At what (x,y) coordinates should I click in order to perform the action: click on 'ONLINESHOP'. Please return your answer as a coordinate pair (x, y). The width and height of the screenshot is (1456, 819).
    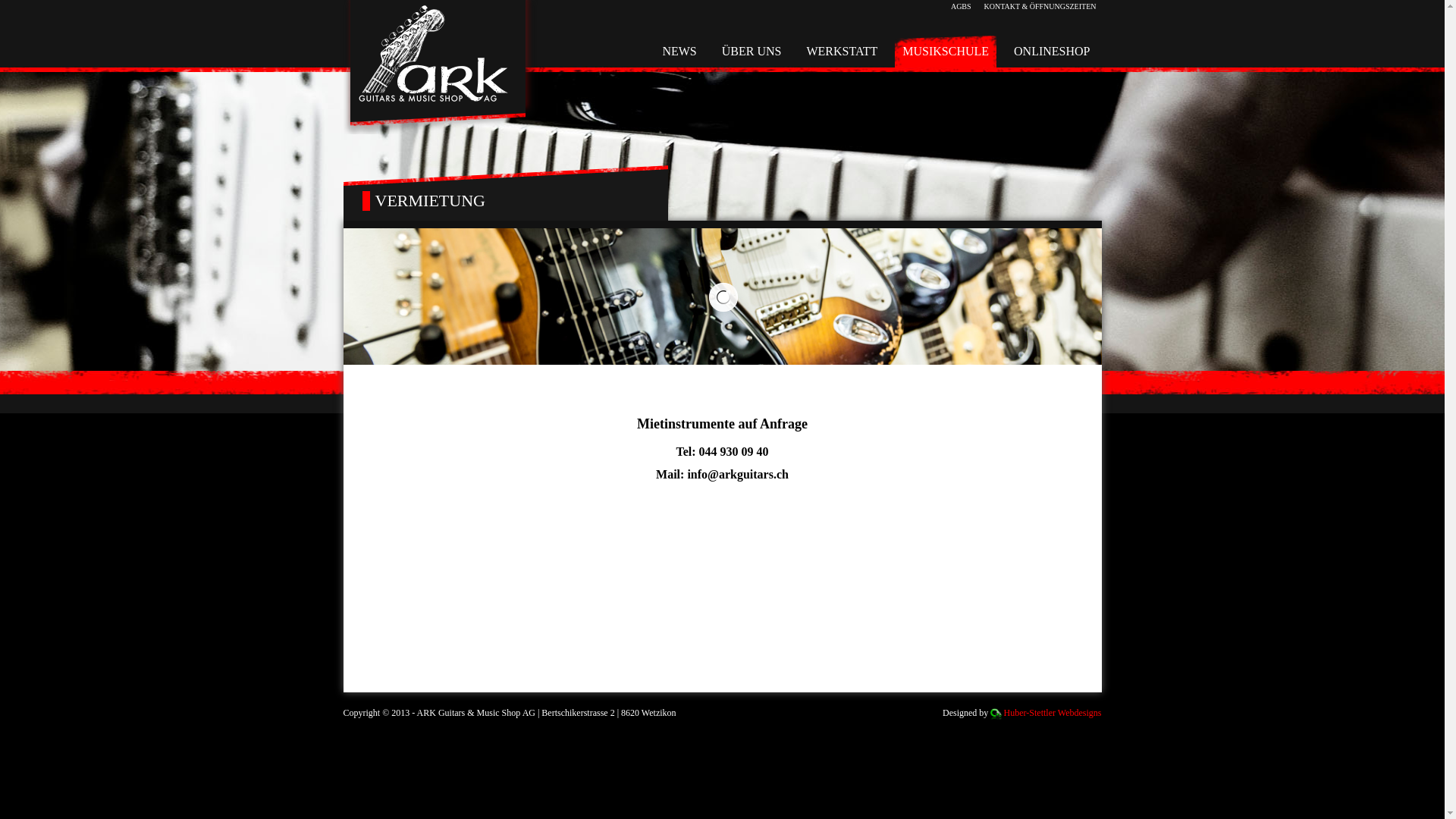
    Looking at the image, I should click on (1051, 51).